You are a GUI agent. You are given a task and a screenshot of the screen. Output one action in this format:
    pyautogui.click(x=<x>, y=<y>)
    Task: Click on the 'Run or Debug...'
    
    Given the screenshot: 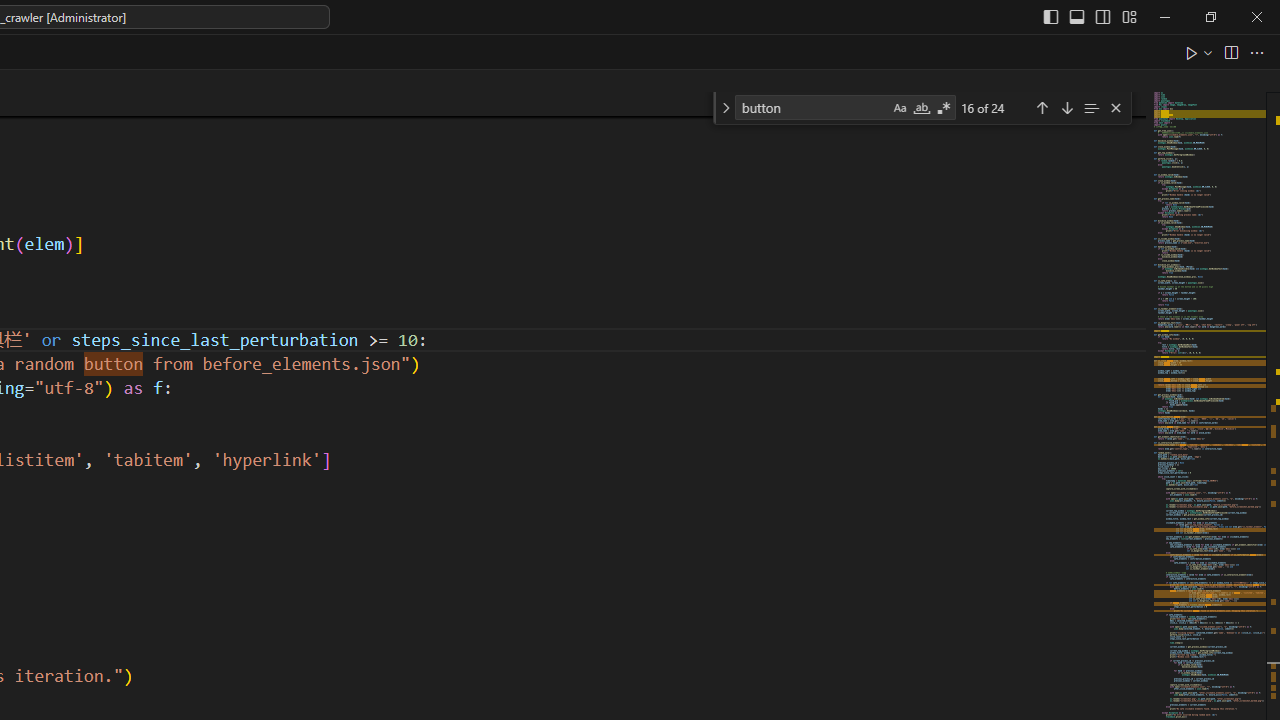 What is the action you would take?
    pyautogui.click(x=1207, y=51)
    